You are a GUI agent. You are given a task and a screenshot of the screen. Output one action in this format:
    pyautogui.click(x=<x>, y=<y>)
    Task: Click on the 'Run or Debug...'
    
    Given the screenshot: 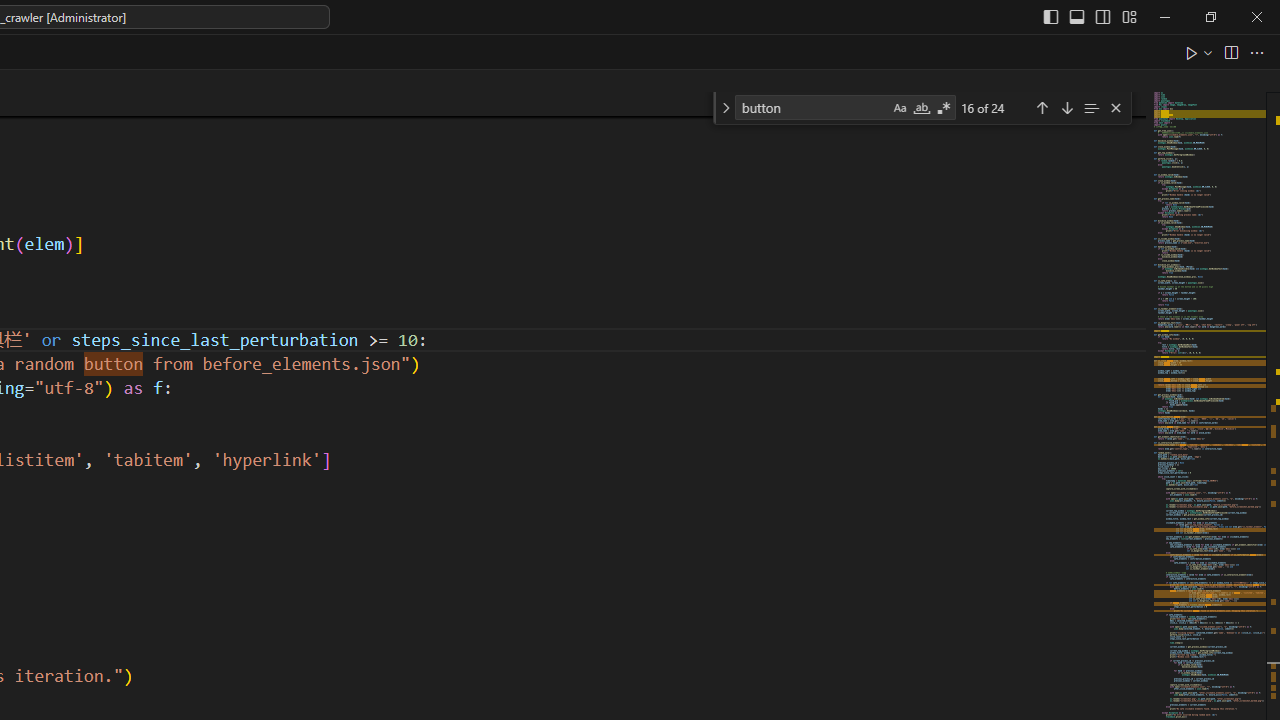 What is the action you would take?
    pyautogui.click(x=1207, y=51)
    